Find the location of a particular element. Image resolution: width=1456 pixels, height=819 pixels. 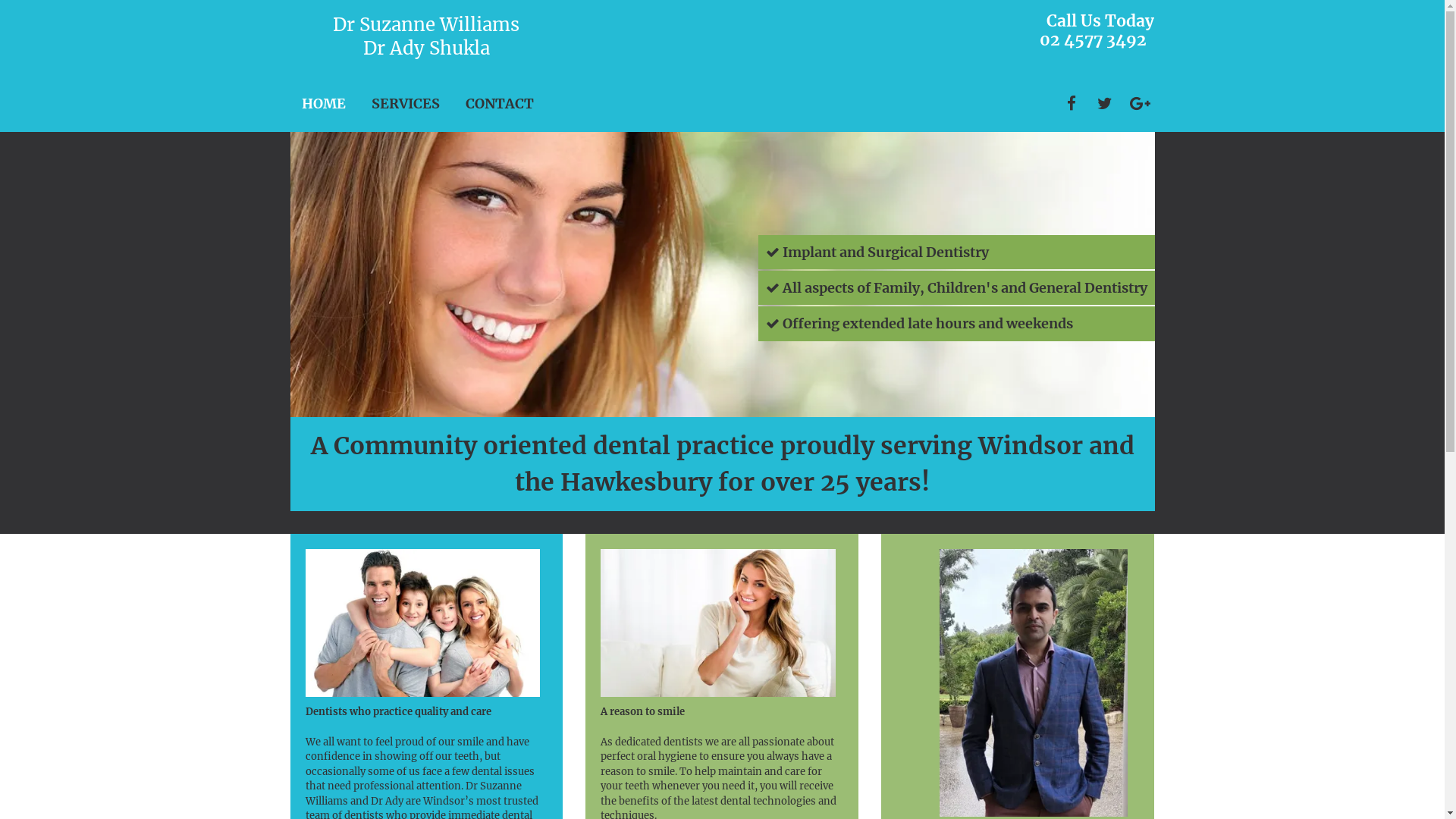

'02 4577 3492' is located at coordinates (1093, 39).